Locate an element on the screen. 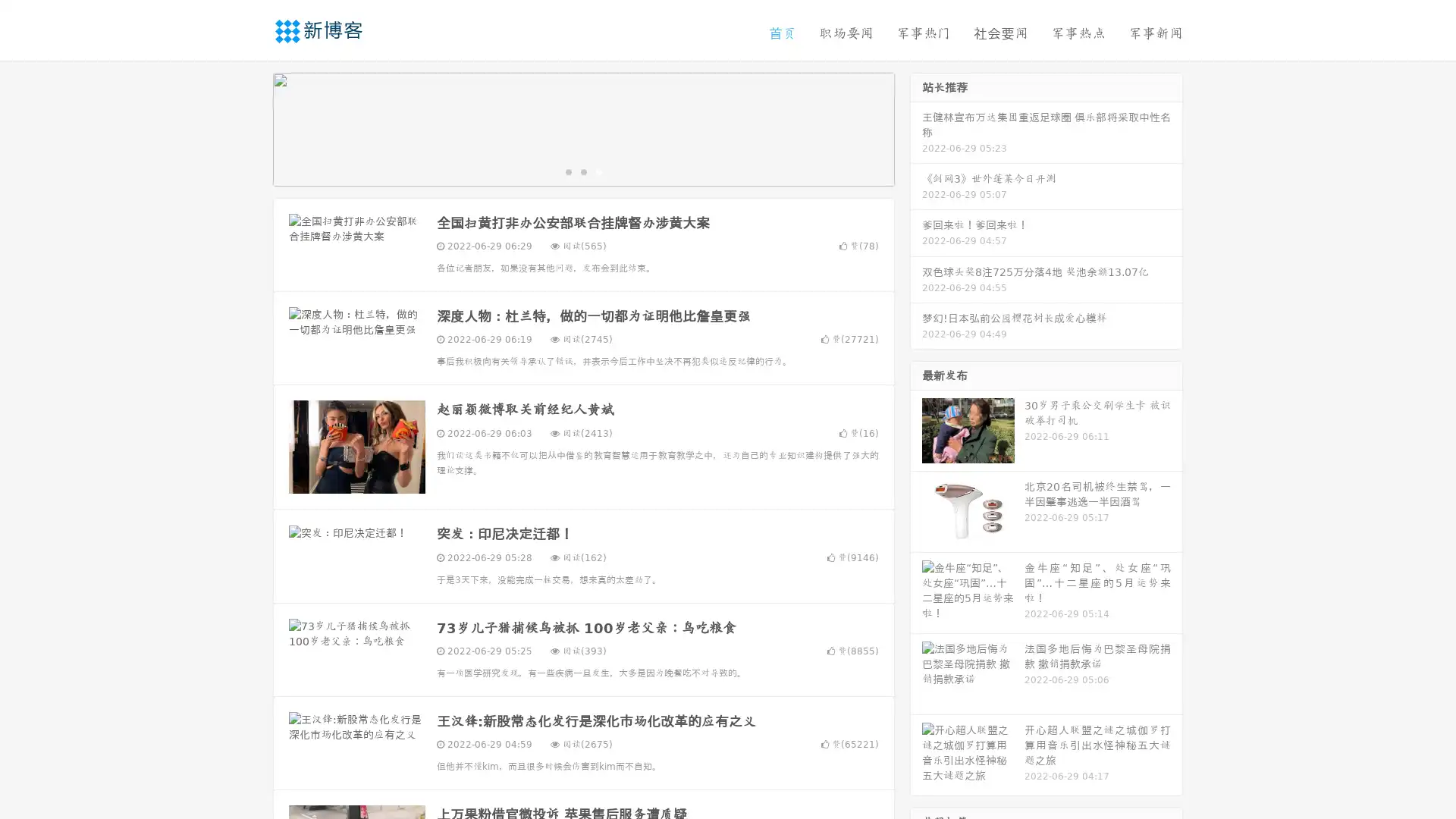 The height and width of the screenshot is (819, 1456). Go to slide 2 is located at coordinates (582, 171).